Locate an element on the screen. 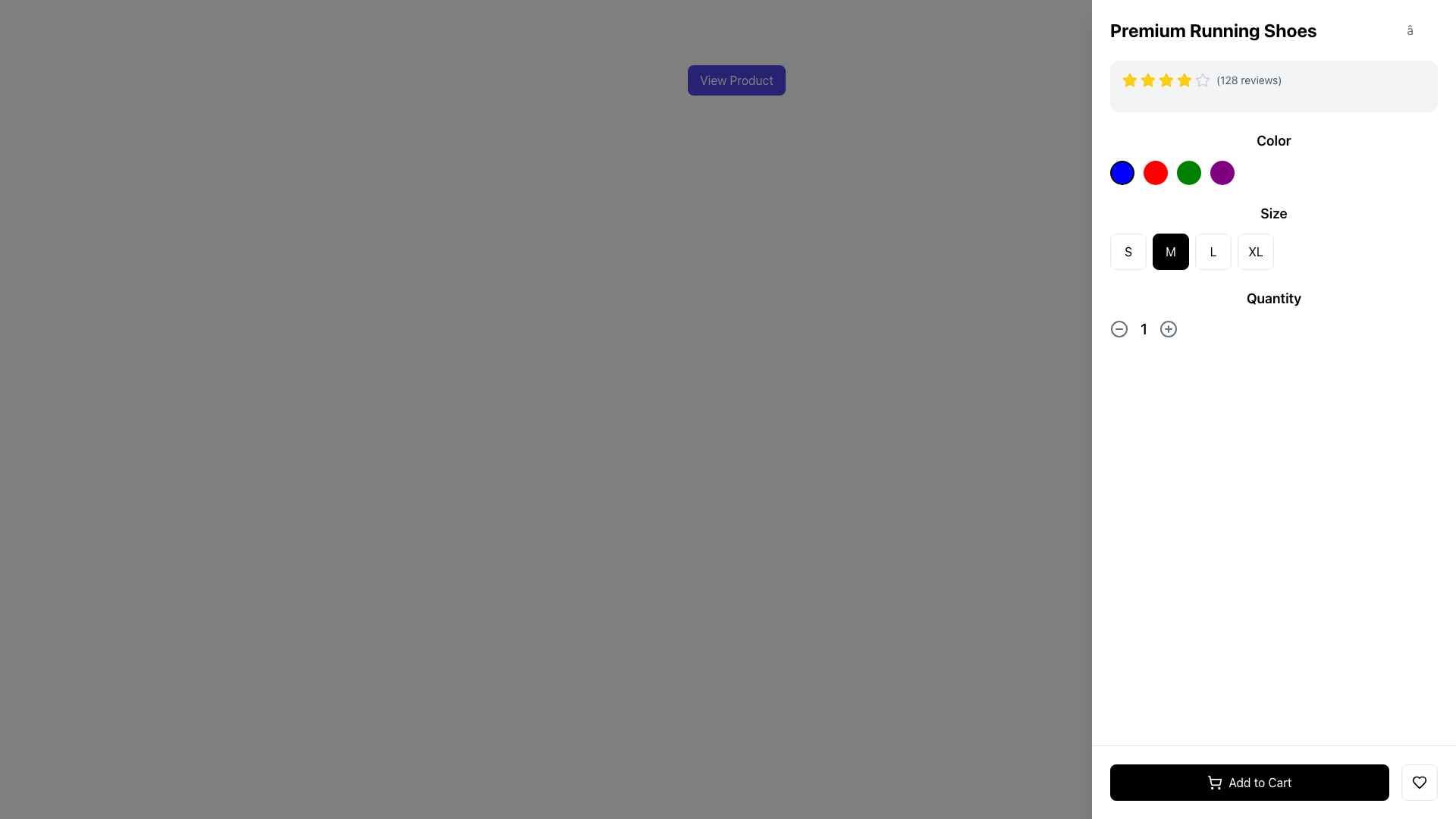 The width and height of the screenshot is (1456, 819). the square button labeled 'S' with a white background and a black 'S' for keyboard navigation is located at coordinates (1128, 250).